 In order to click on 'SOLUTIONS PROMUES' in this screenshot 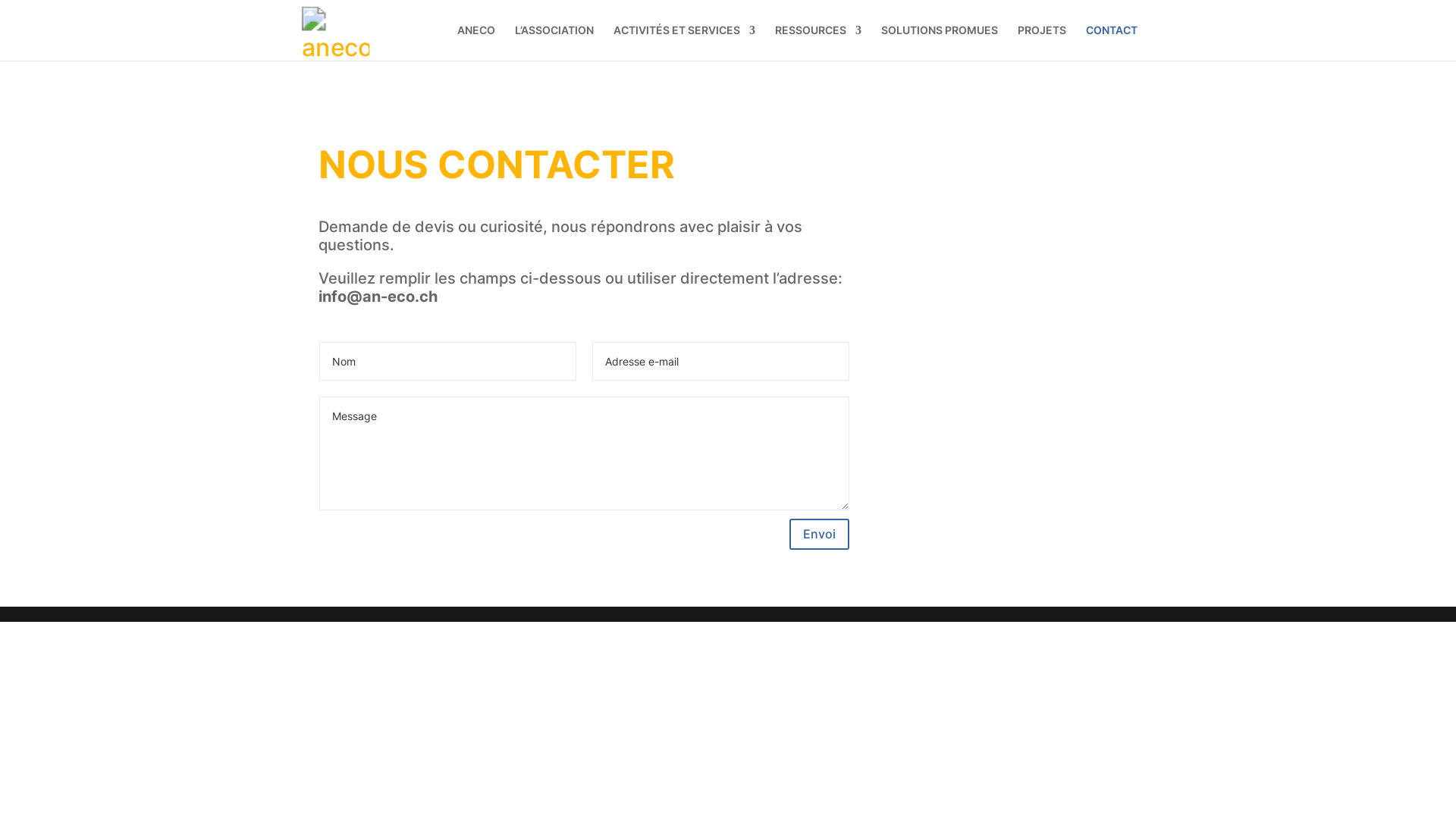, I will do `click(938, 42)`.